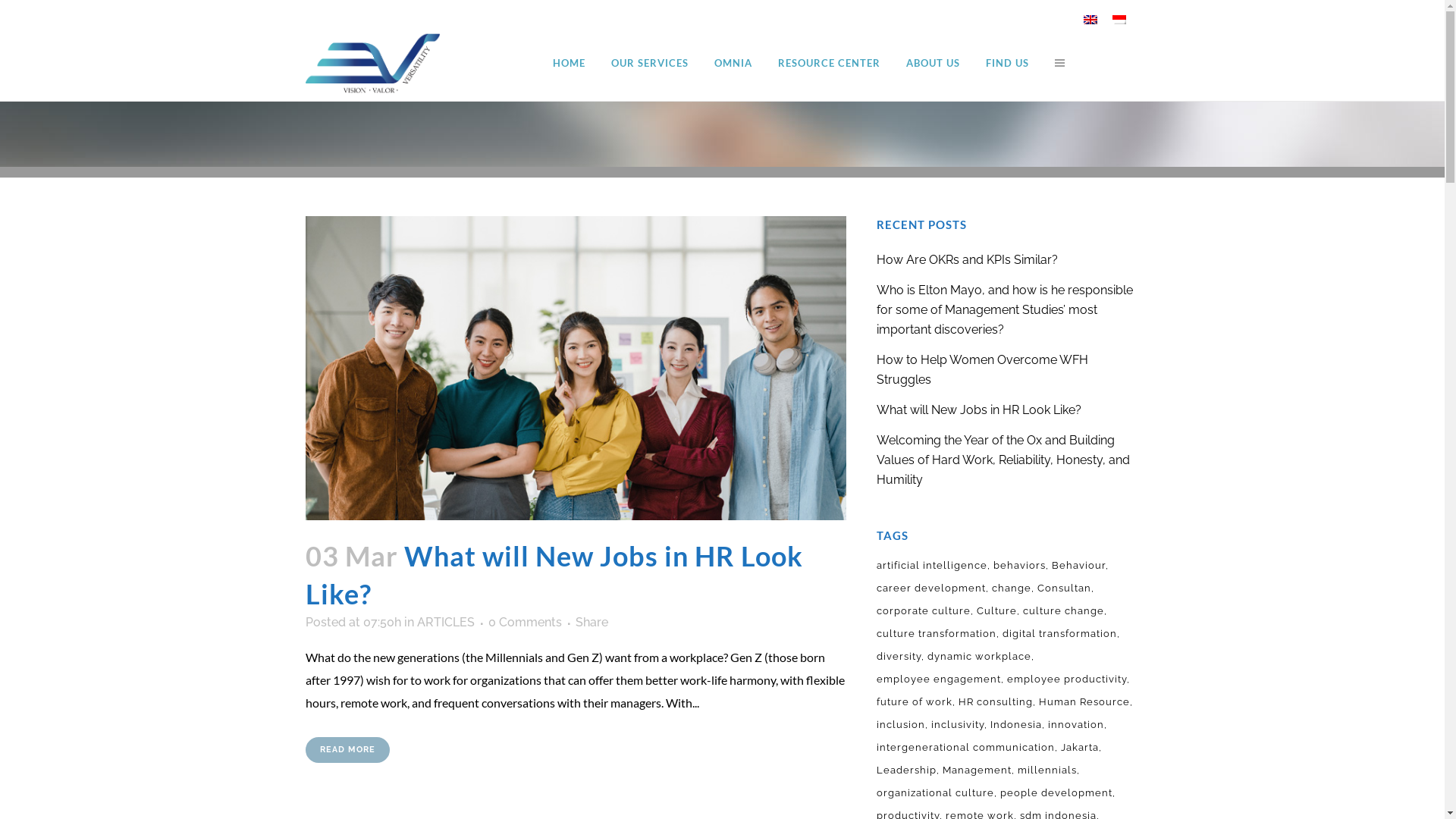  Describe the element at coordinates (981, 656) in the screenshot. I see `'dynamic workplace'` at that location.